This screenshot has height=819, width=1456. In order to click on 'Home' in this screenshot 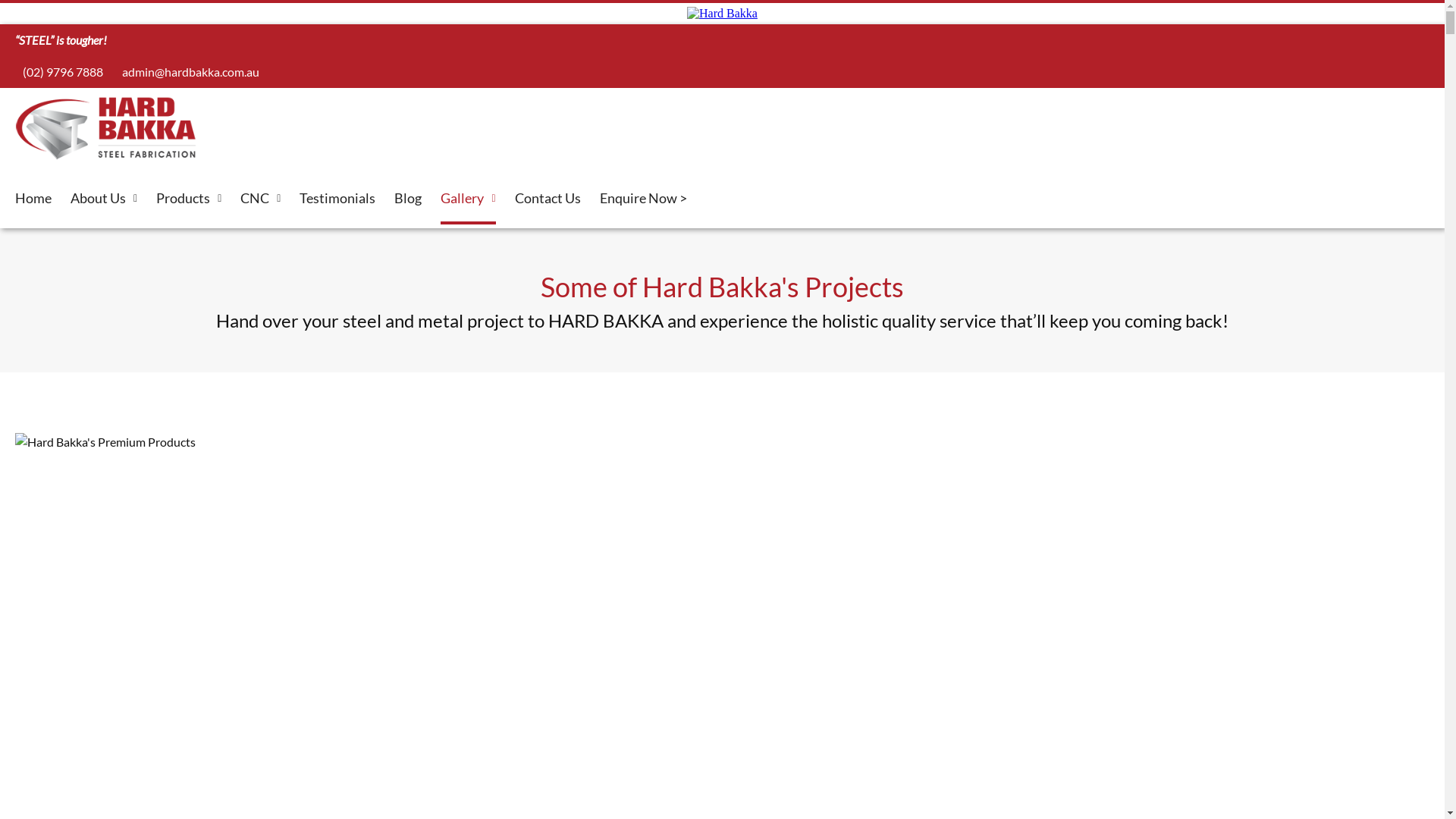, I will do `click(33, 198)`.